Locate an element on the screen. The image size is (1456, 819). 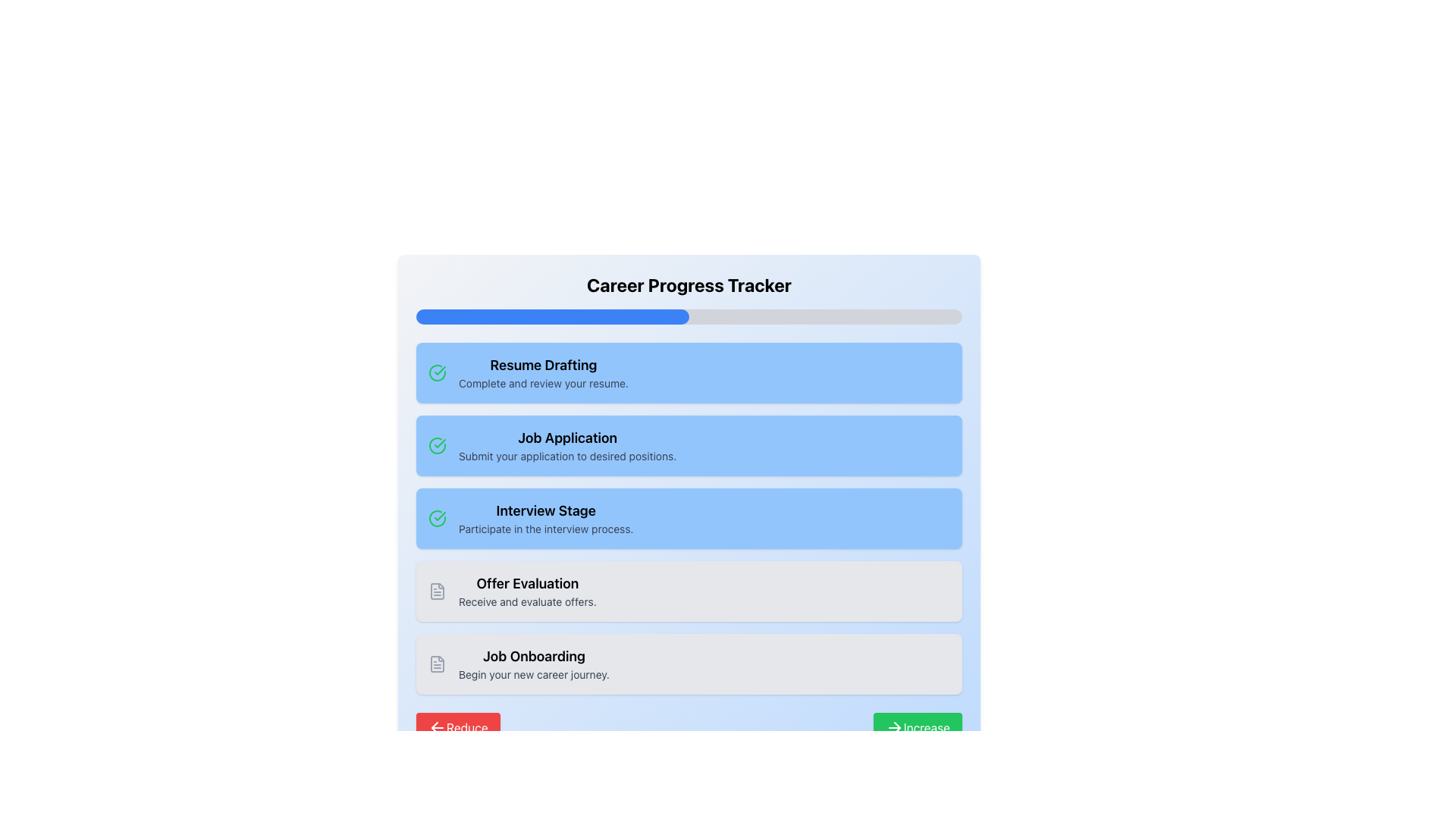
the leftward arrow icon within the red 'Reduce' button located at the bottom-left corner of the interface is located at coordinates (436, 727).